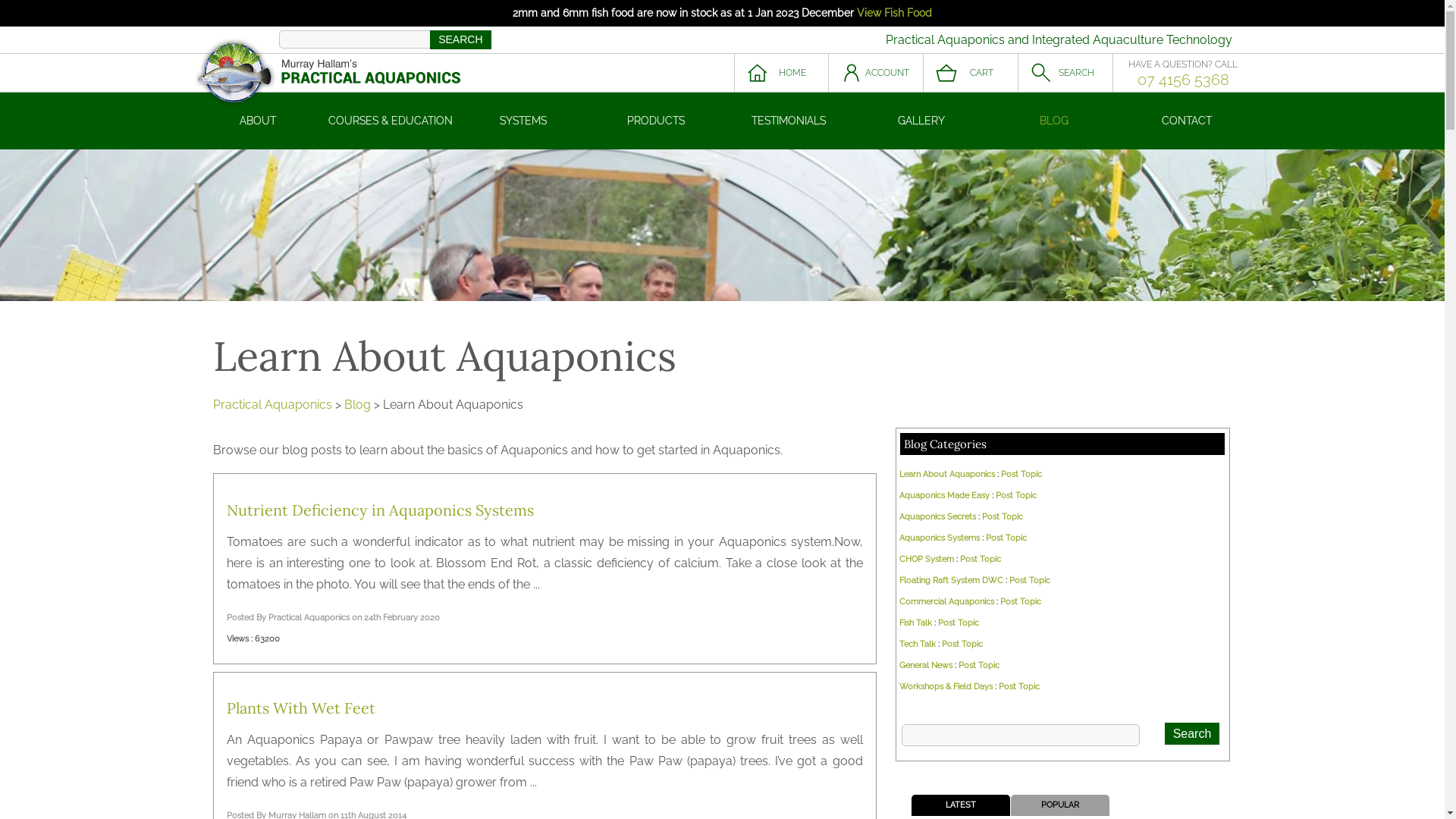  Describe the element at coordinates (926, 559) in the screenshot. I see `'CHOP System'` at that location.